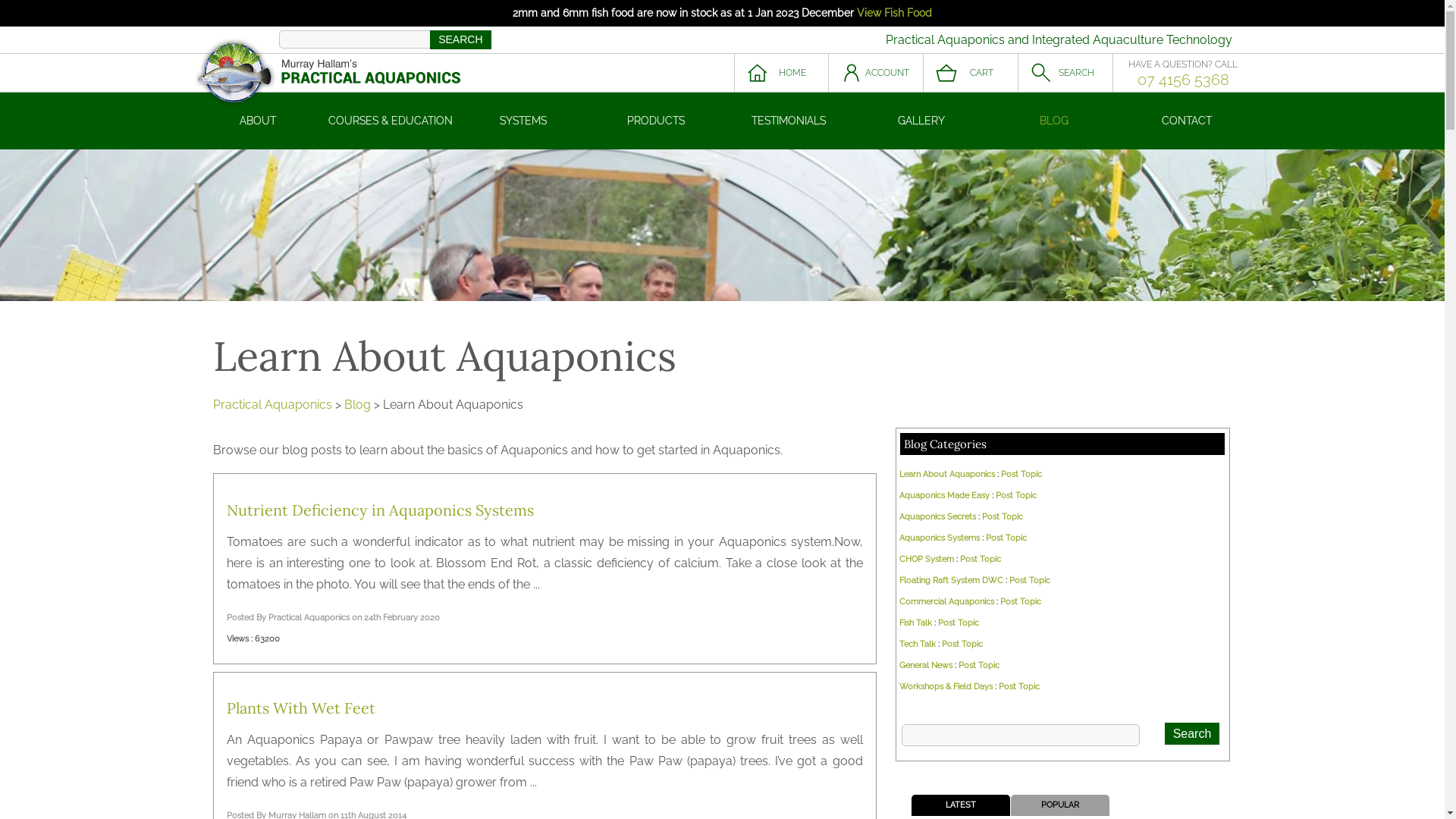  Describe the element at coordinates (926, 559) in the screenshot. I see `'CHOP System'` at that location.